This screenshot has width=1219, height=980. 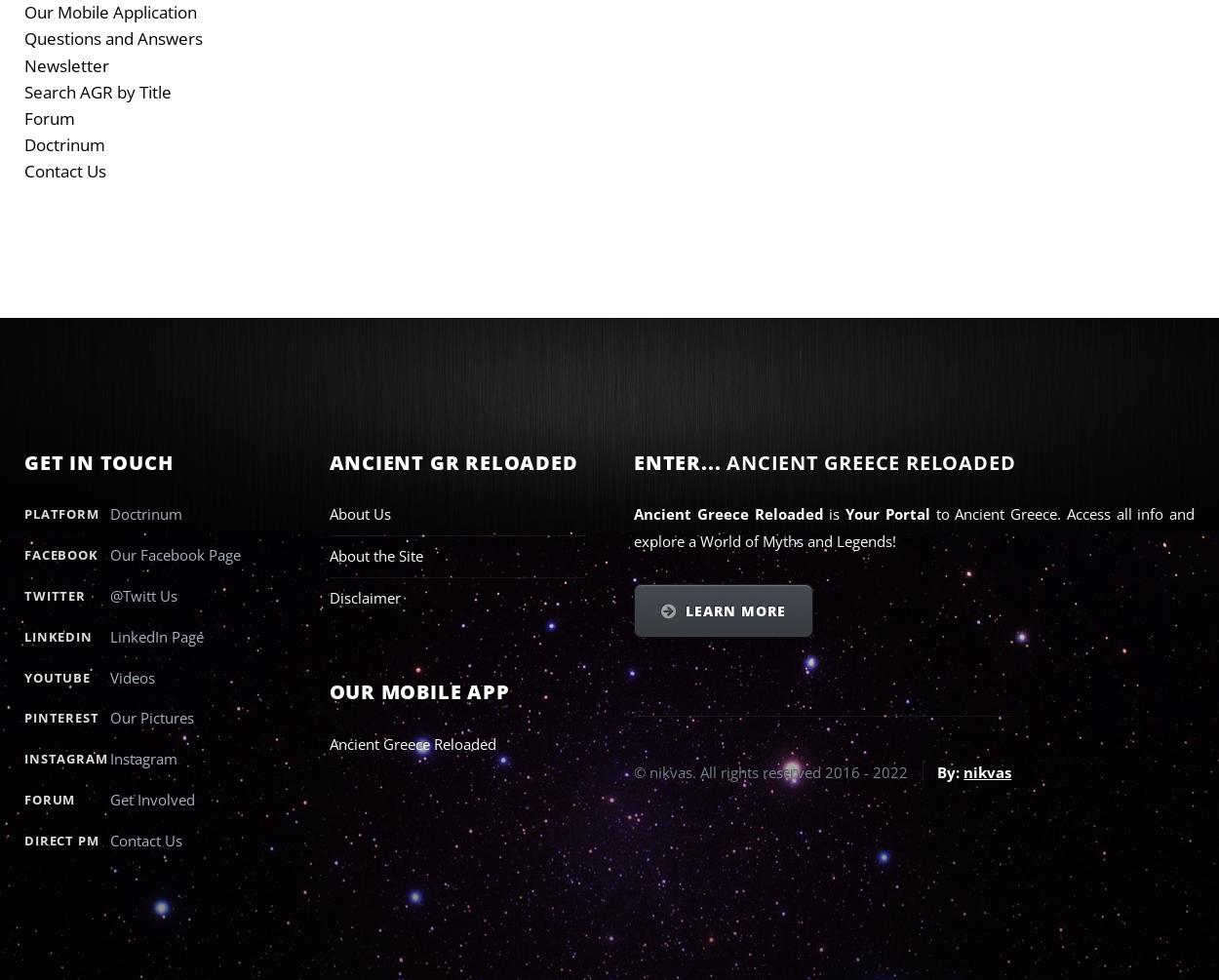 I want to click on 'Questions and Answers', so click(x=112, y=38).